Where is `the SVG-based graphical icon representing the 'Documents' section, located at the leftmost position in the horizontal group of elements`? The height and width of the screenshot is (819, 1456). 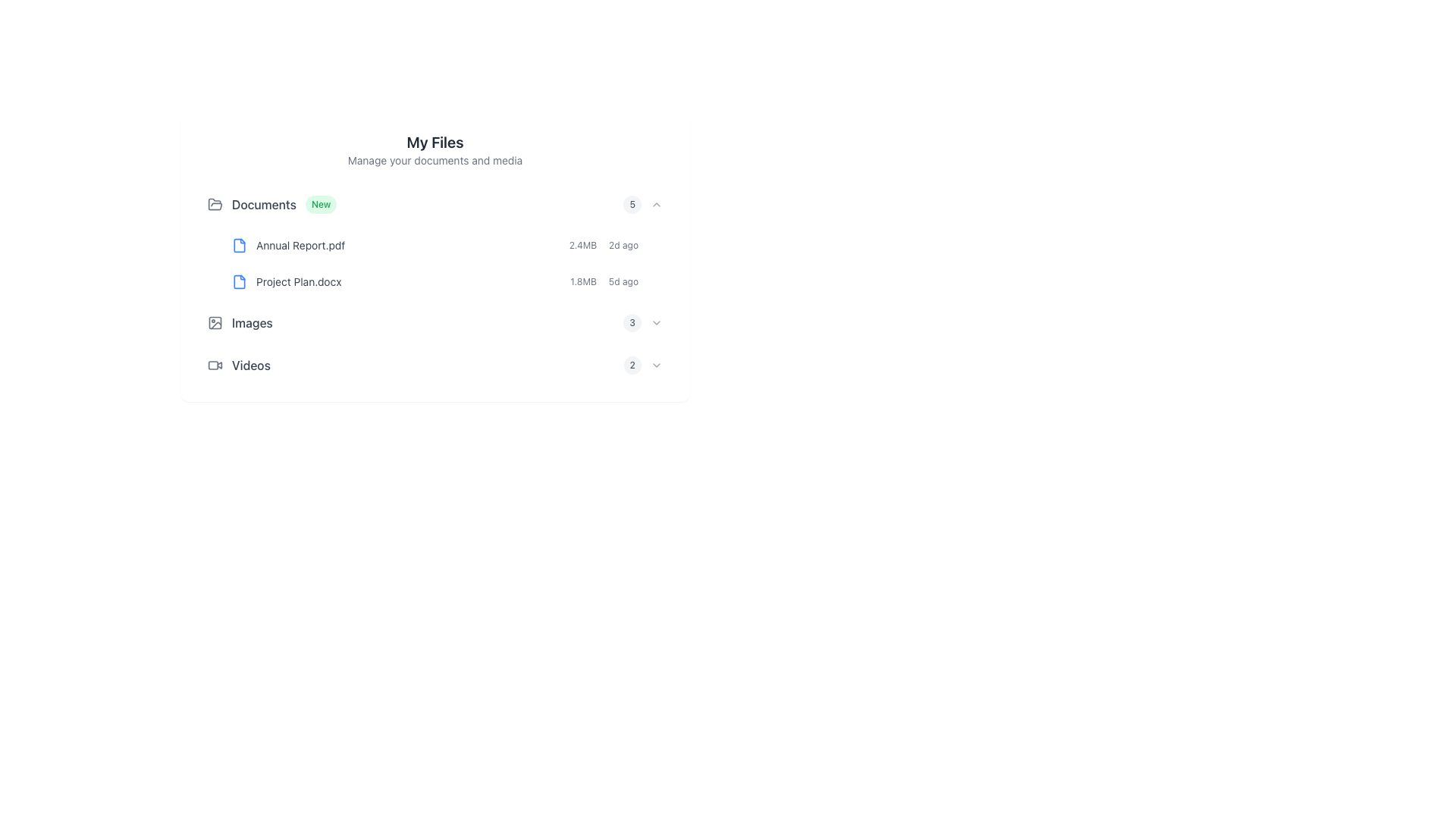
the SVG-based graphical icon representing the 'Documents' section, located at the leftmost position in the horizontal group of elements is located at coordinates (214, 205).